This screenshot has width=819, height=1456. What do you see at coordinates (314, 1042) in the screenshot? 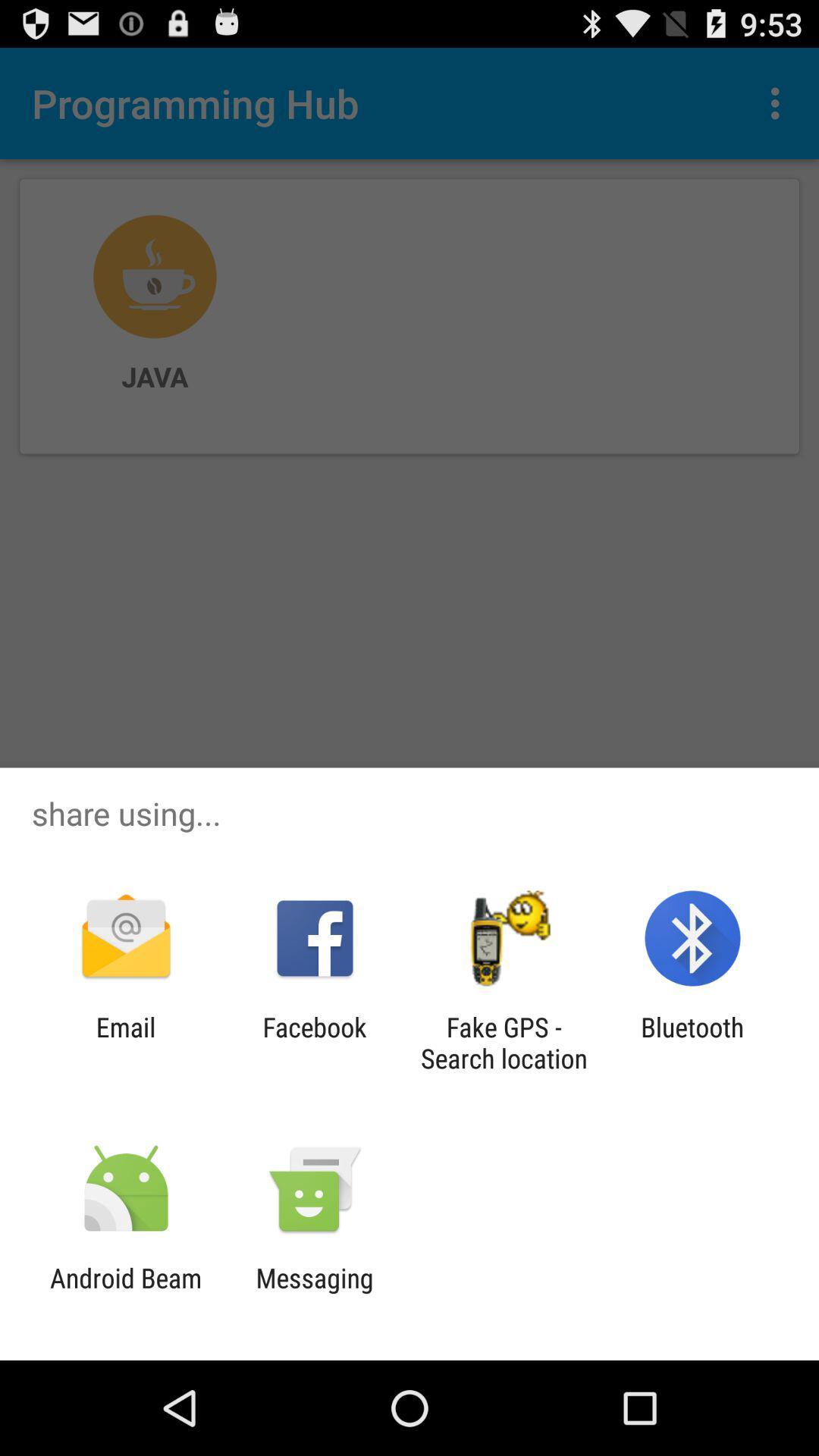
I see `the icon to the right of email` at bounding box center [314, 1042].